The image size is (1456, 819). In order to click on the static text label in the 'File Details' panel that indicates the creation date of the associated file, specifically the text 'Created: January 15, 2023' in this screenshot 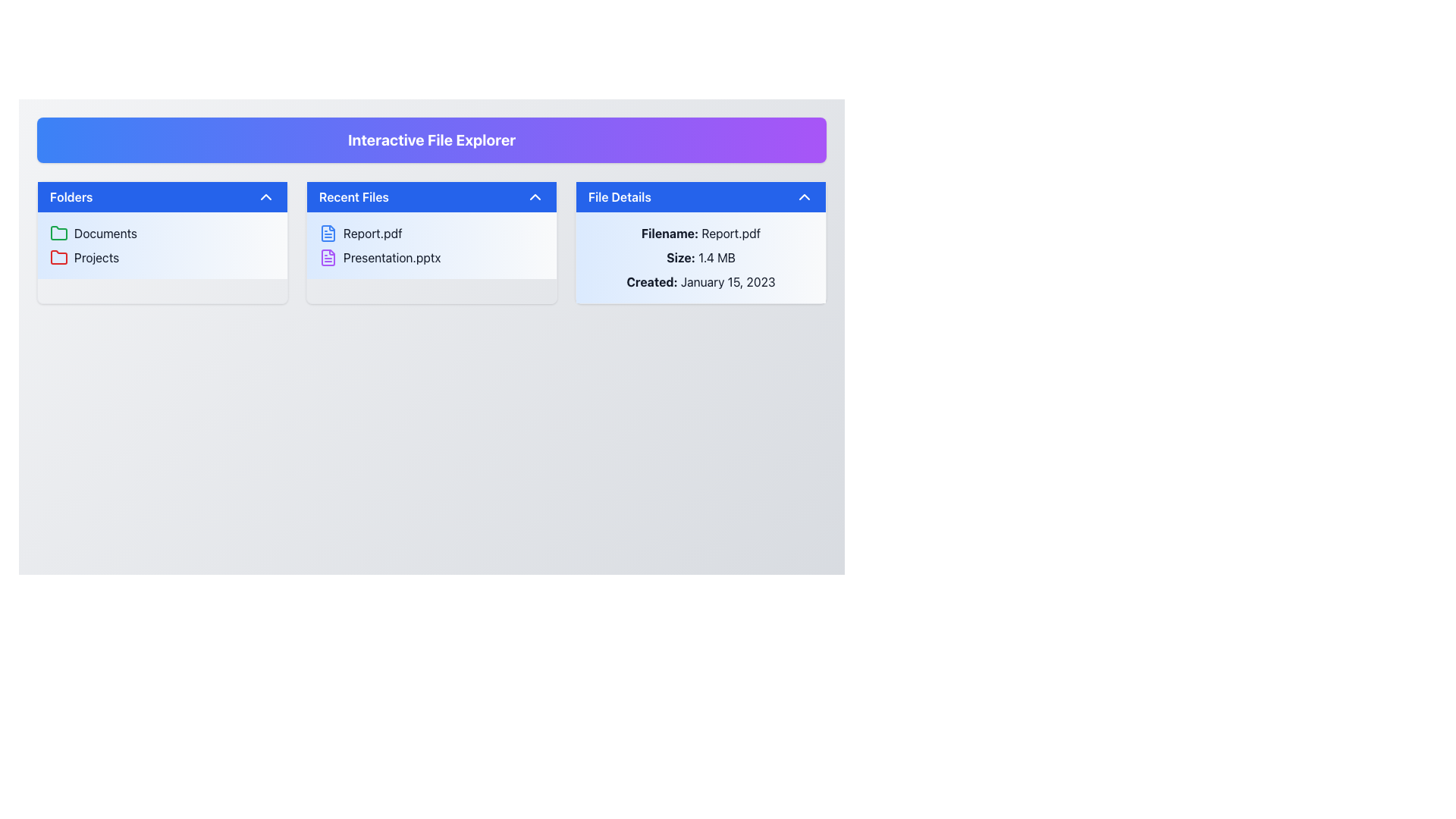, I will do `click(651, 281)`.